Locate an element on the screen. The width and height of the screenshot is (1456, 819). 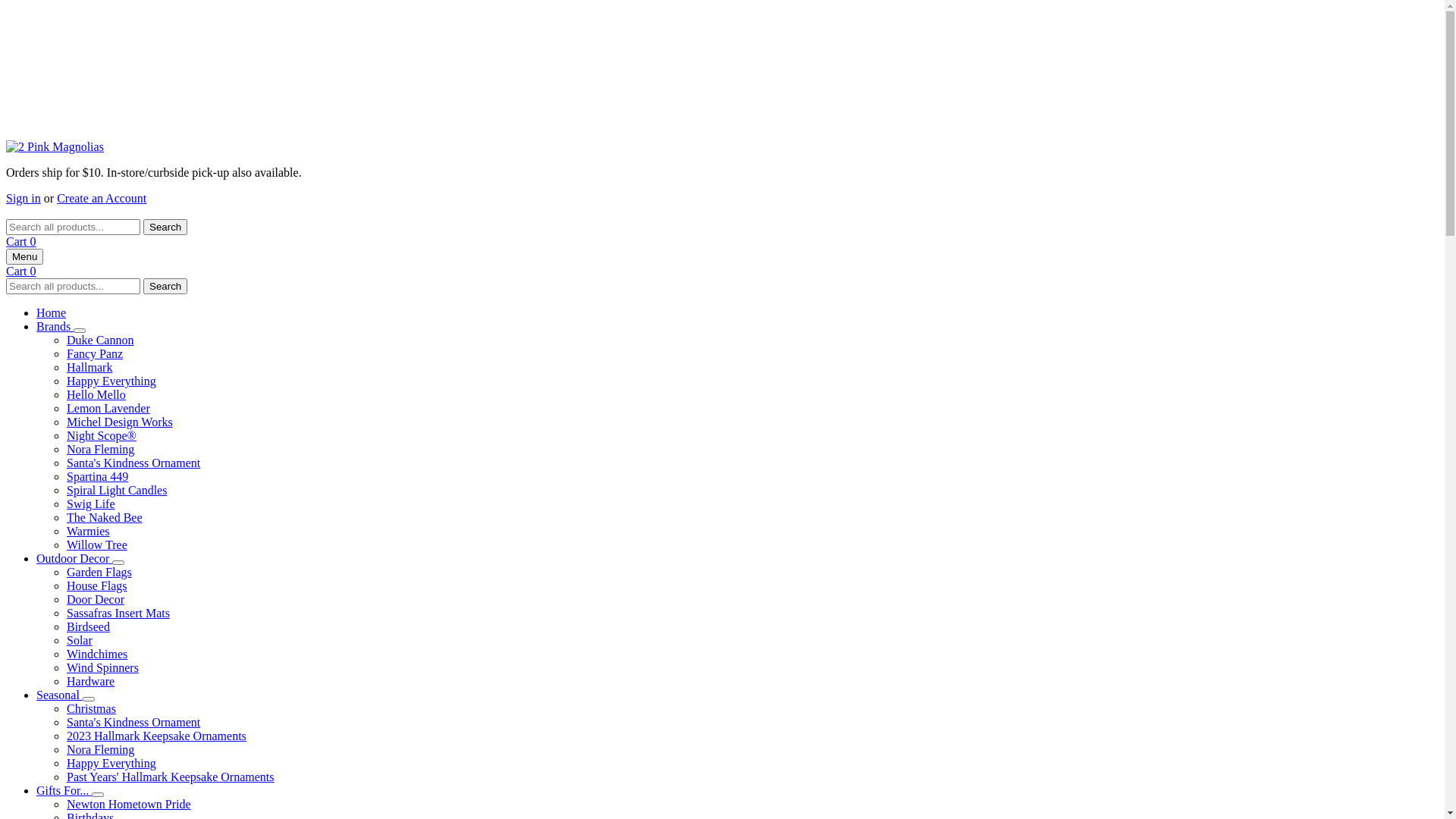
'Windchimes' is located at coordinates (96, 653).